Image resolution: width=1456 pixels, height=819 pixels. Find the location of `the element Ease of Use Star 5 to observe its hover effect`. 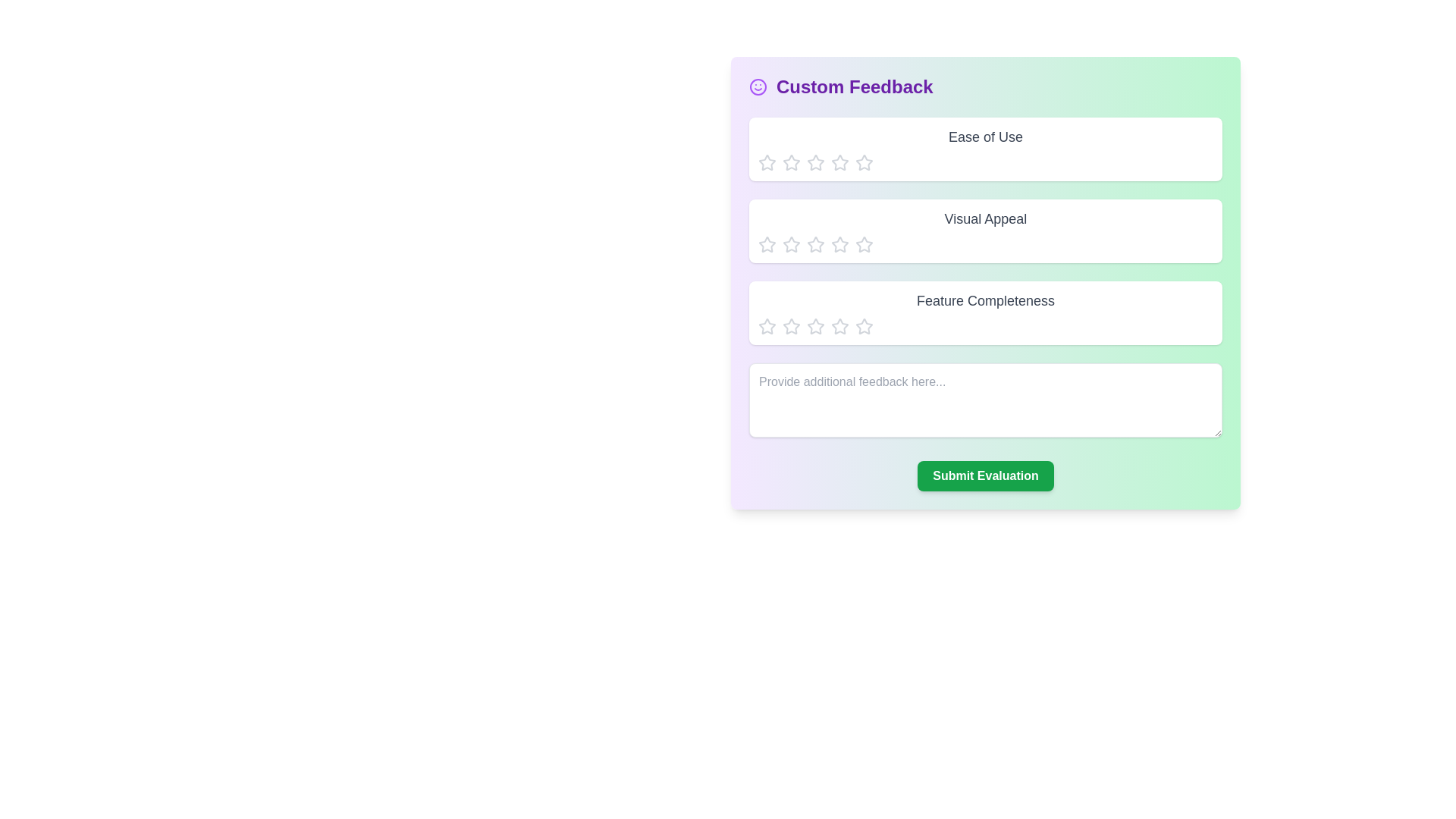

the element Ease of Use Star 5 to observe its hover effect is located at coordinates (864, 163).